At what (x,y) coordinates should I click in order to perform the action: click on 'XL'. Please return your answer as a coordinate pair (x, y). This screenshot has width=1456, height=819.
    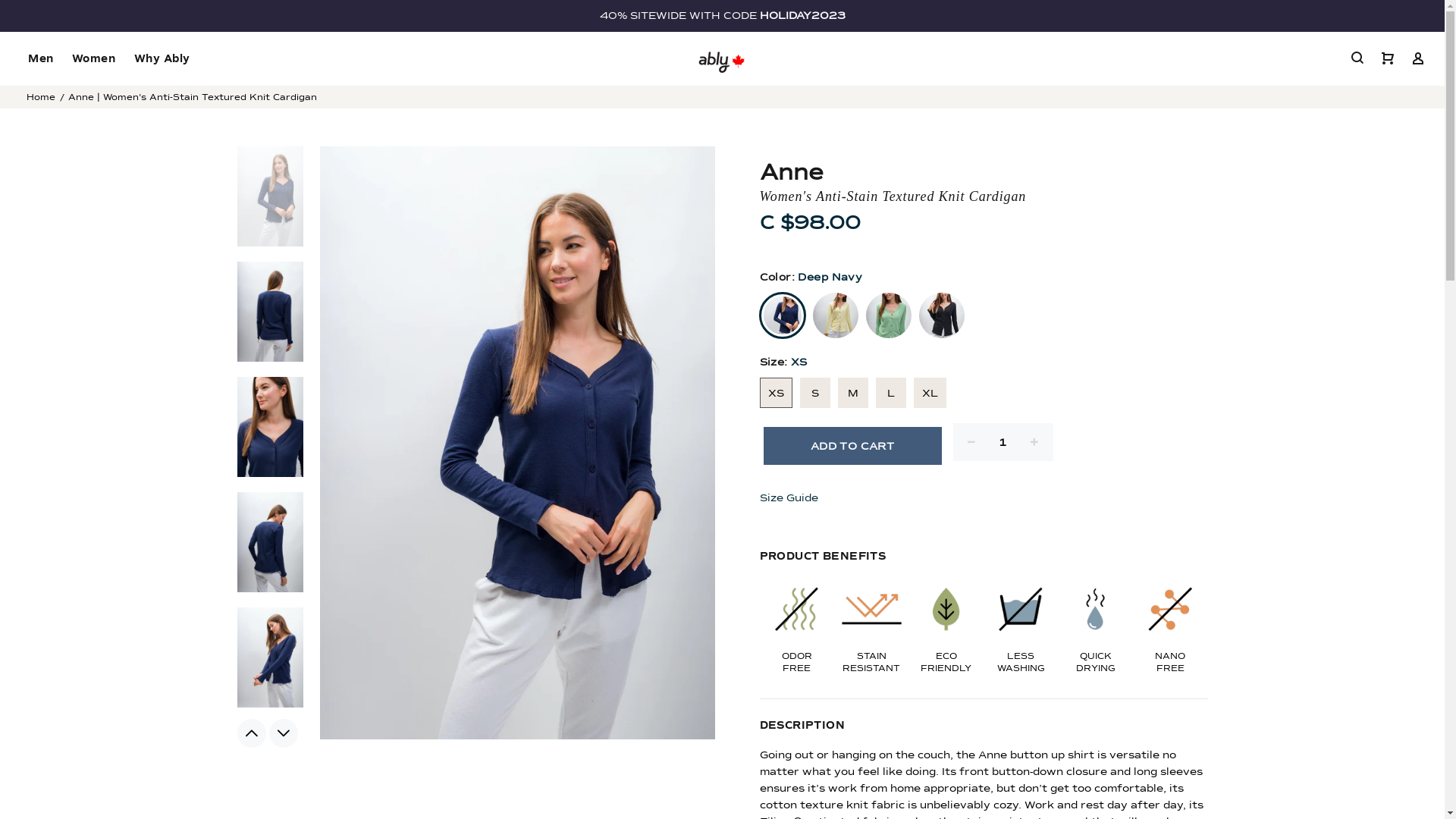
    Looking at the image, I should click on (928, 391).